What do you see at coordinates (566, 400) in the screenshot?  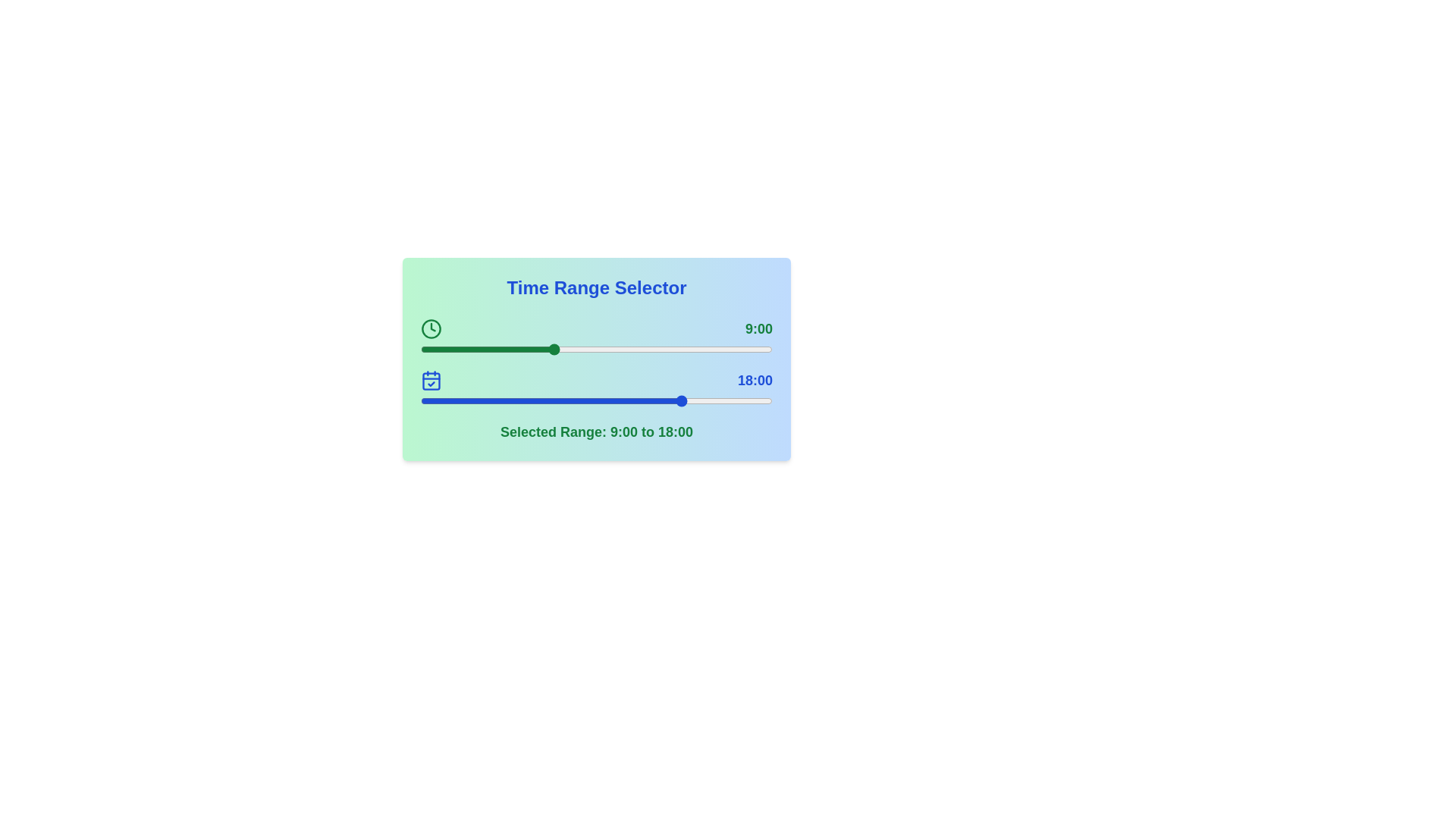 I see `the time` at bounding box center [566, 400].